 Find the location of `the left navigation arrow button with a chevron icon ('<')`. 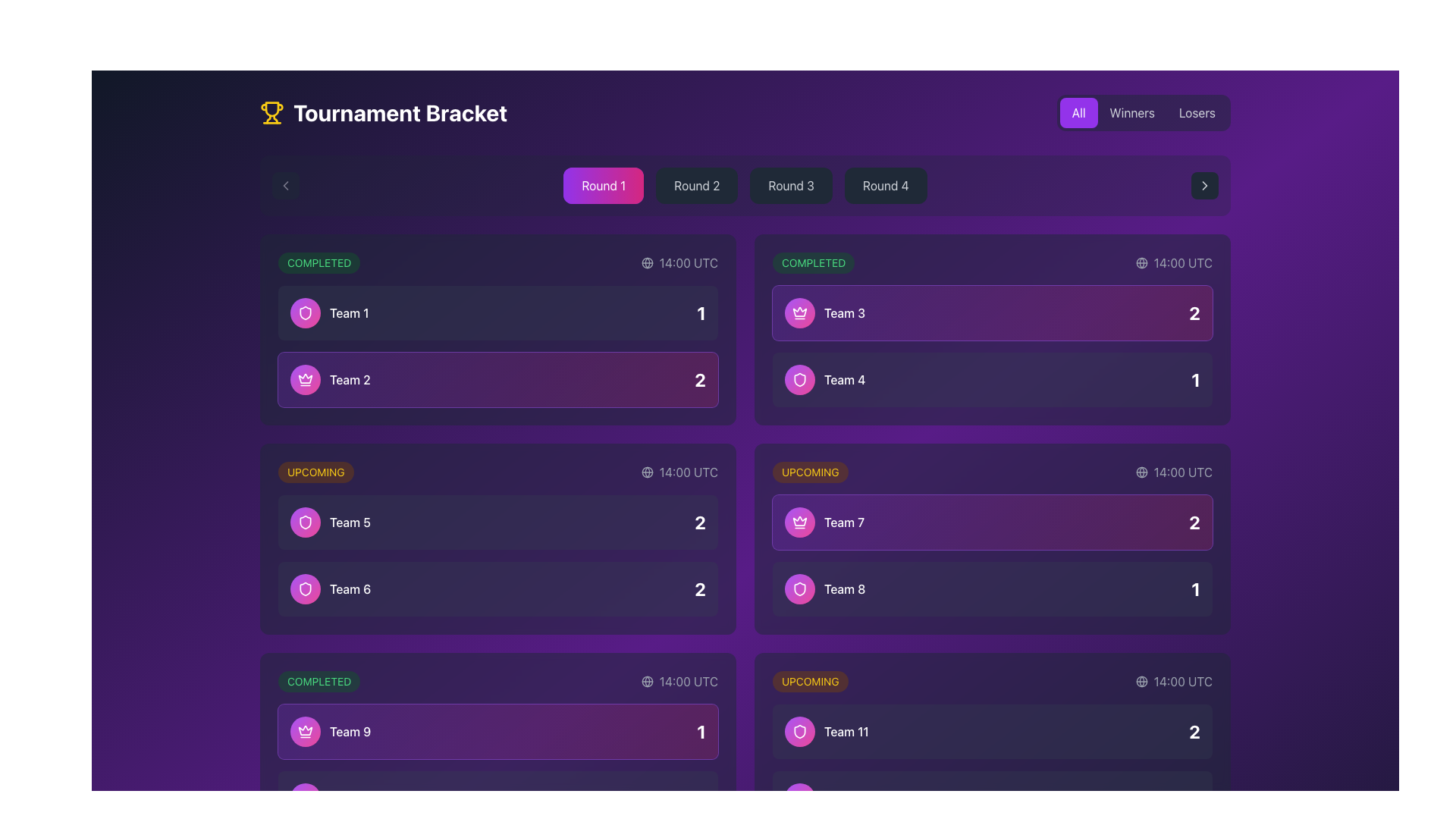

the left navigation arrow button with a chevron icon ('<') is located at coordinates (286, 185).